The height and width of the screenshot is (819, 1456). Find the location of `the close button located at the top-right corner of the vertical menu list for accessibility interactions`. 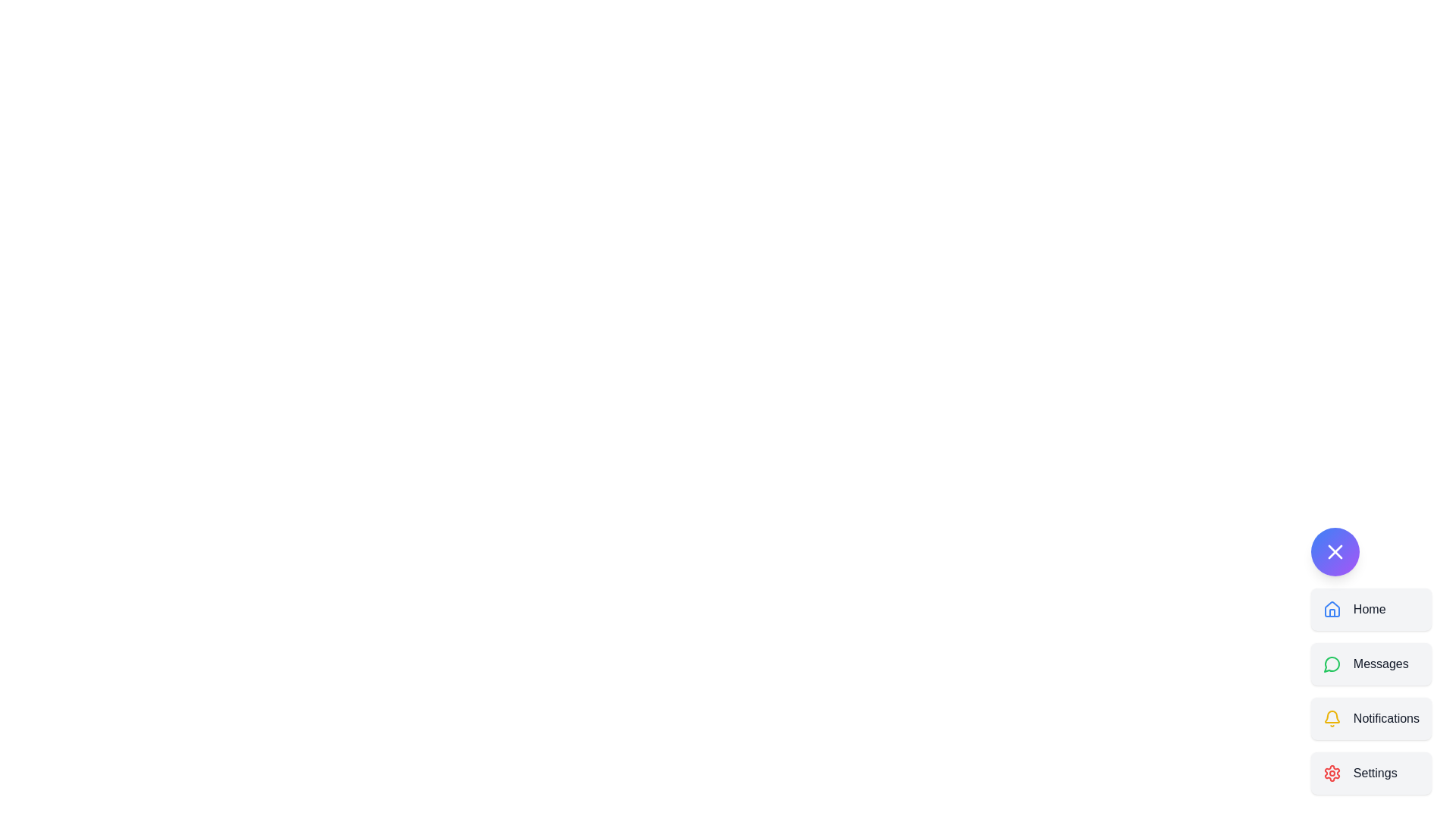

the close button located at the top-right corner of the vertical menu list for accessibility interactions is located at coordinates (1335, 552).